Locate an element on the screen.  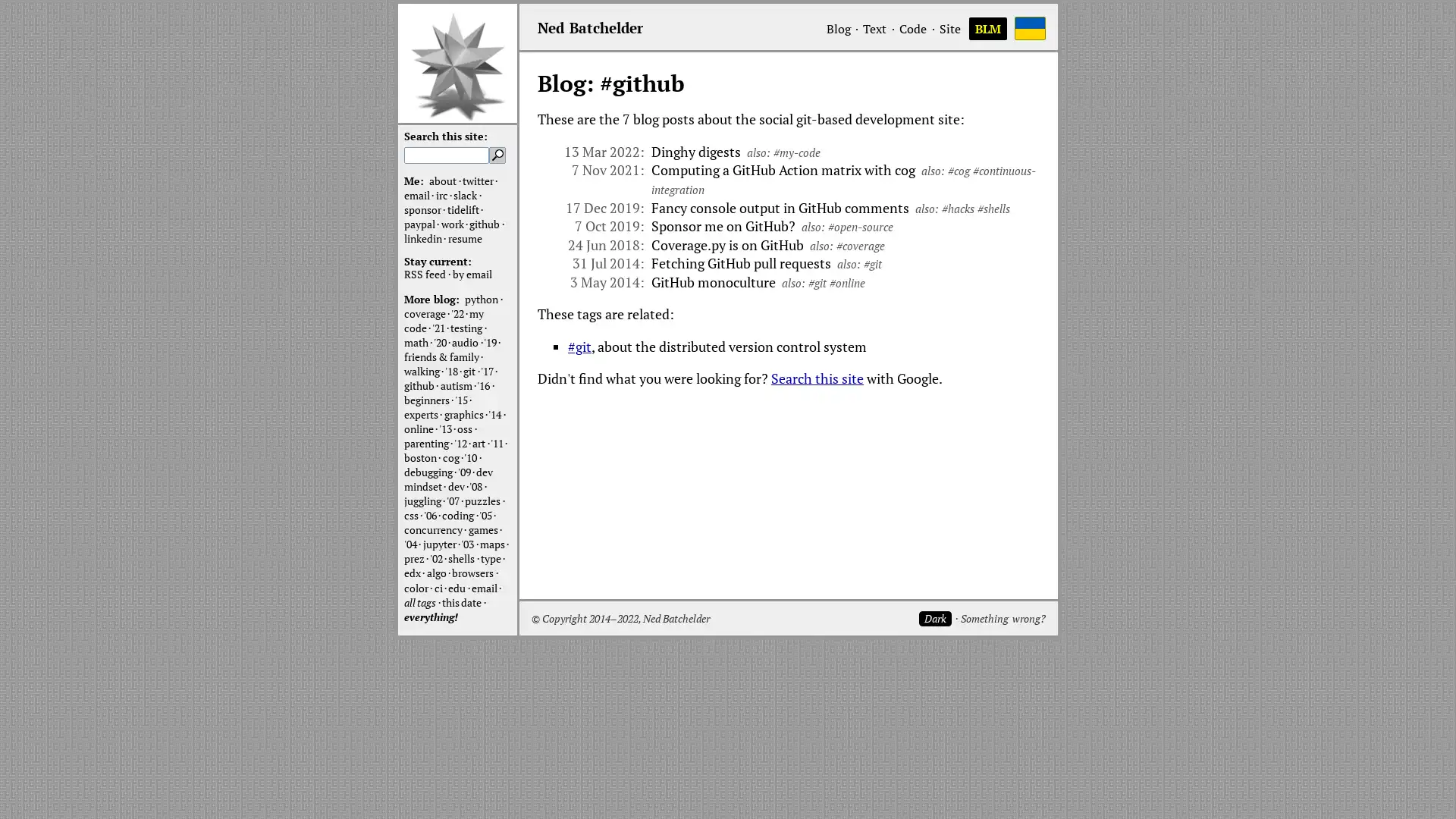
Search is located at coordinates (497, 155).